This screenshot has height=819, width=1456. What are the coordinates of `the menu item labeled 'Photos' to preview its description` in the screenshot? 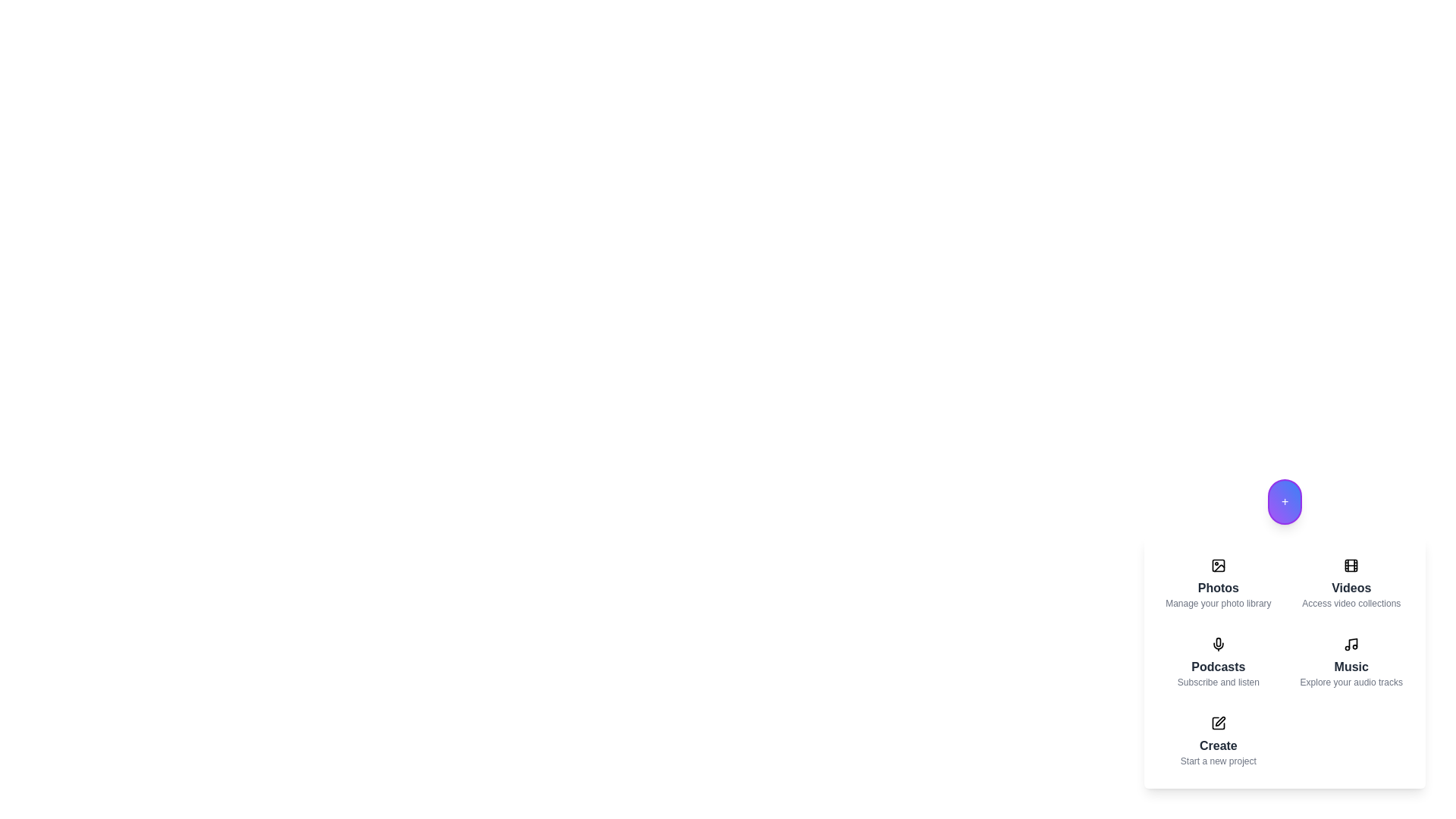 It's located at (1218, 583).